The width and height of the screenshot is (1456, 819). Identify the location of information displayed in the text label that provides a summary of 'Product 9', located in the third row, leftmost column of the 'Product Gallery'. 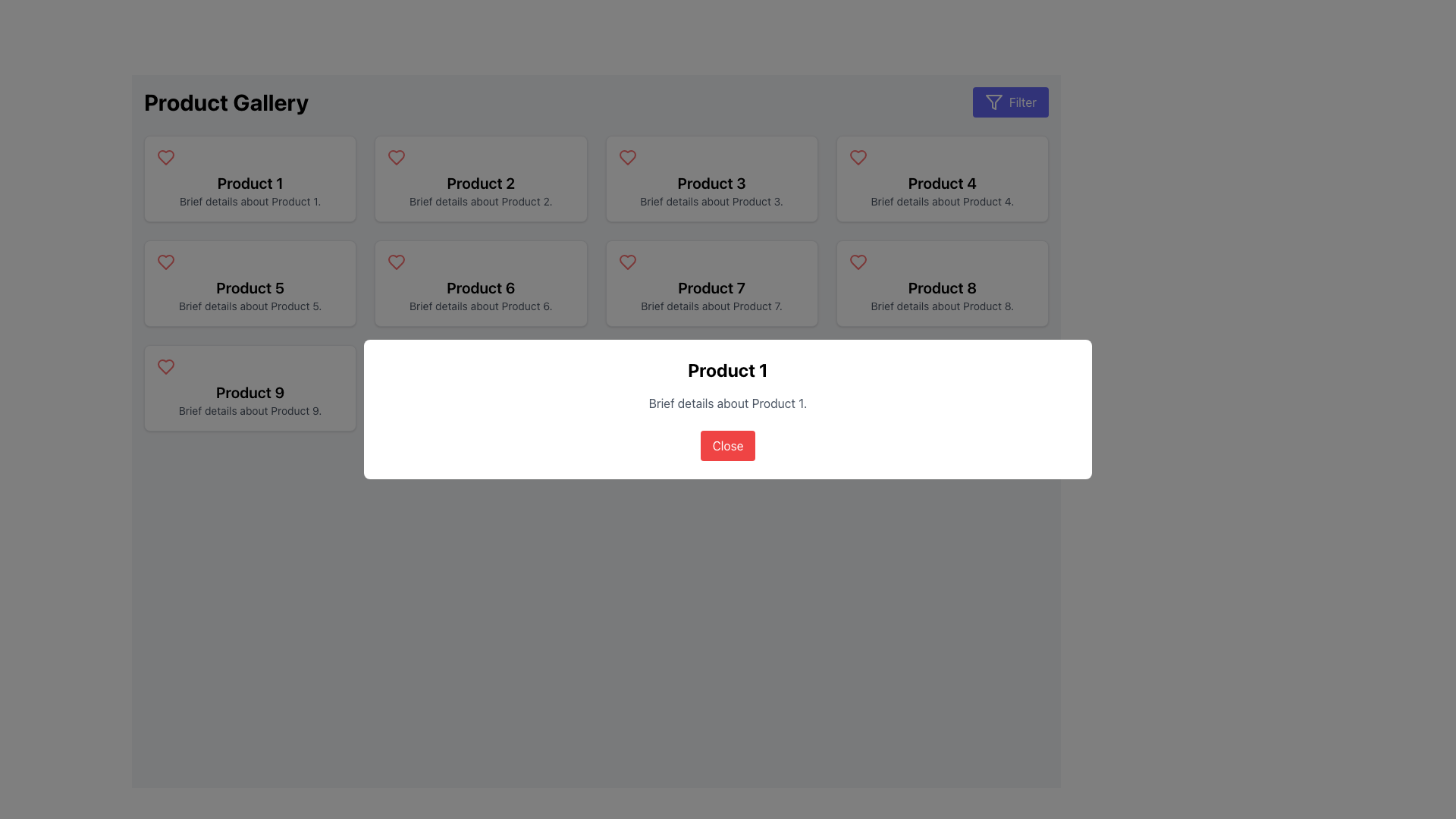
(250, 411).